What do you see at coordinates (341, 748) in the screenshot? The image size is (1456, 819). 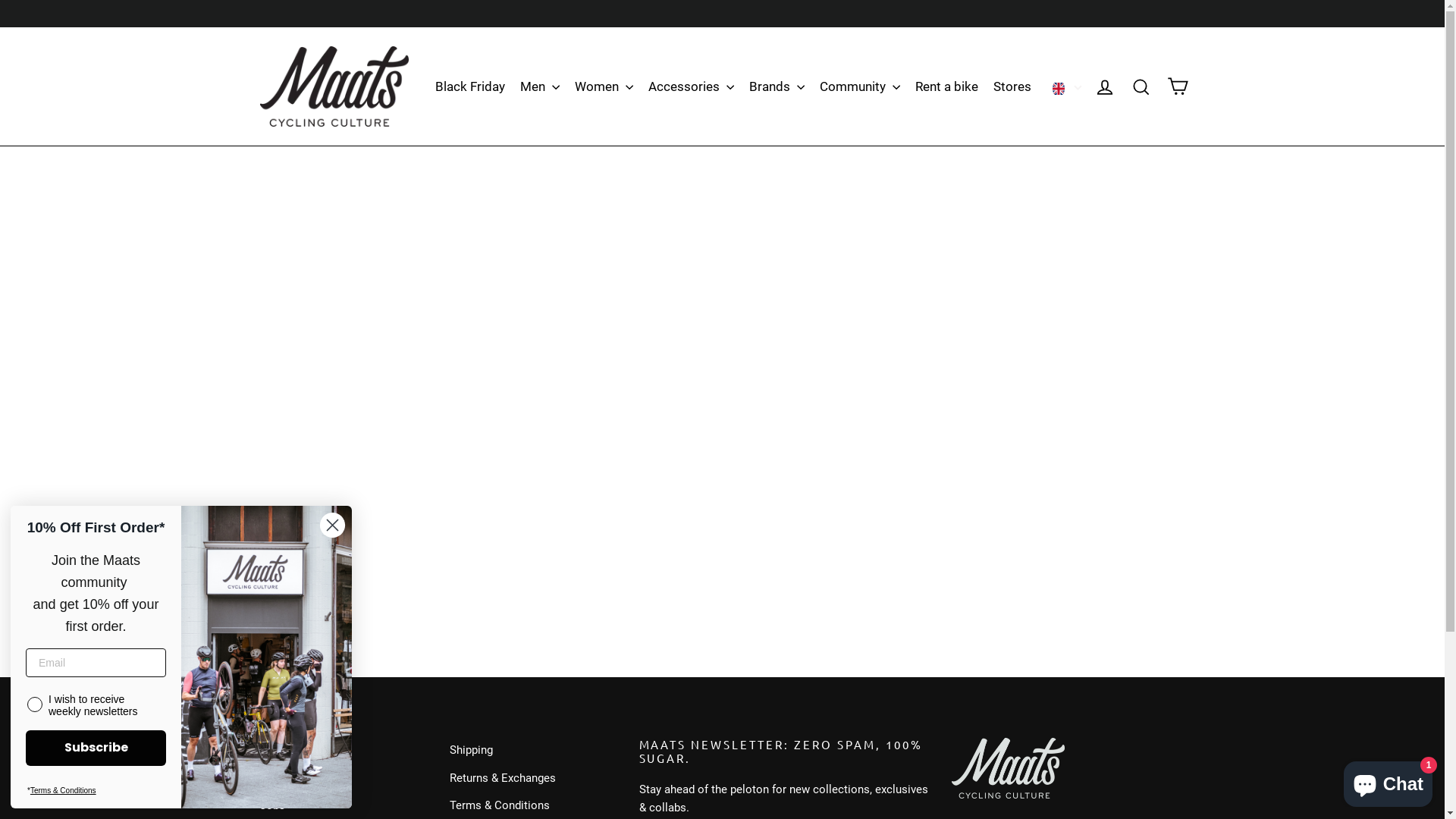 I see `'Maats Stores'` at bounding box center [341, 748].